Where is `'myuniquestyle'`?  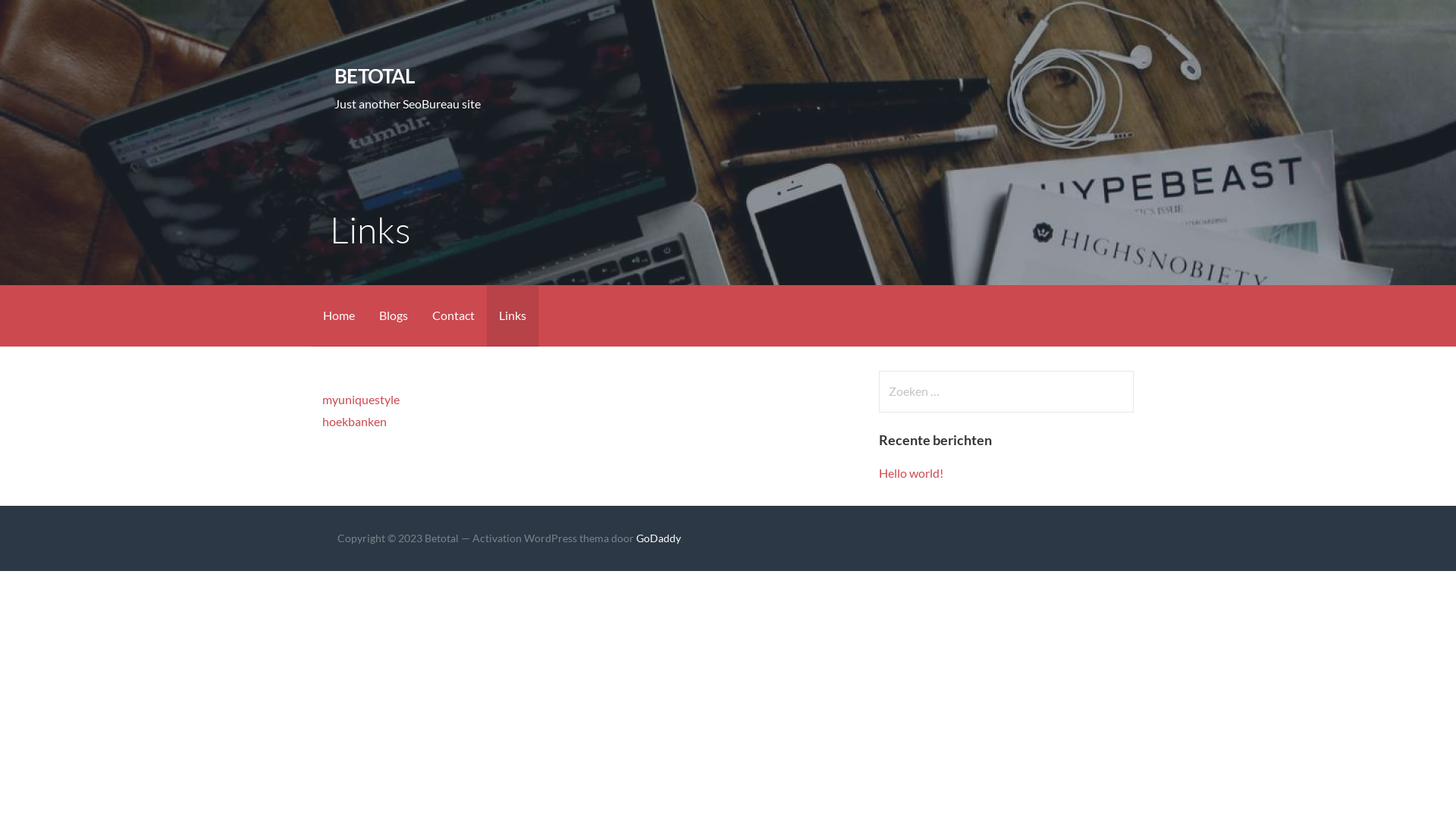
'myuniquestyle' is located at coordinates (359, 398).